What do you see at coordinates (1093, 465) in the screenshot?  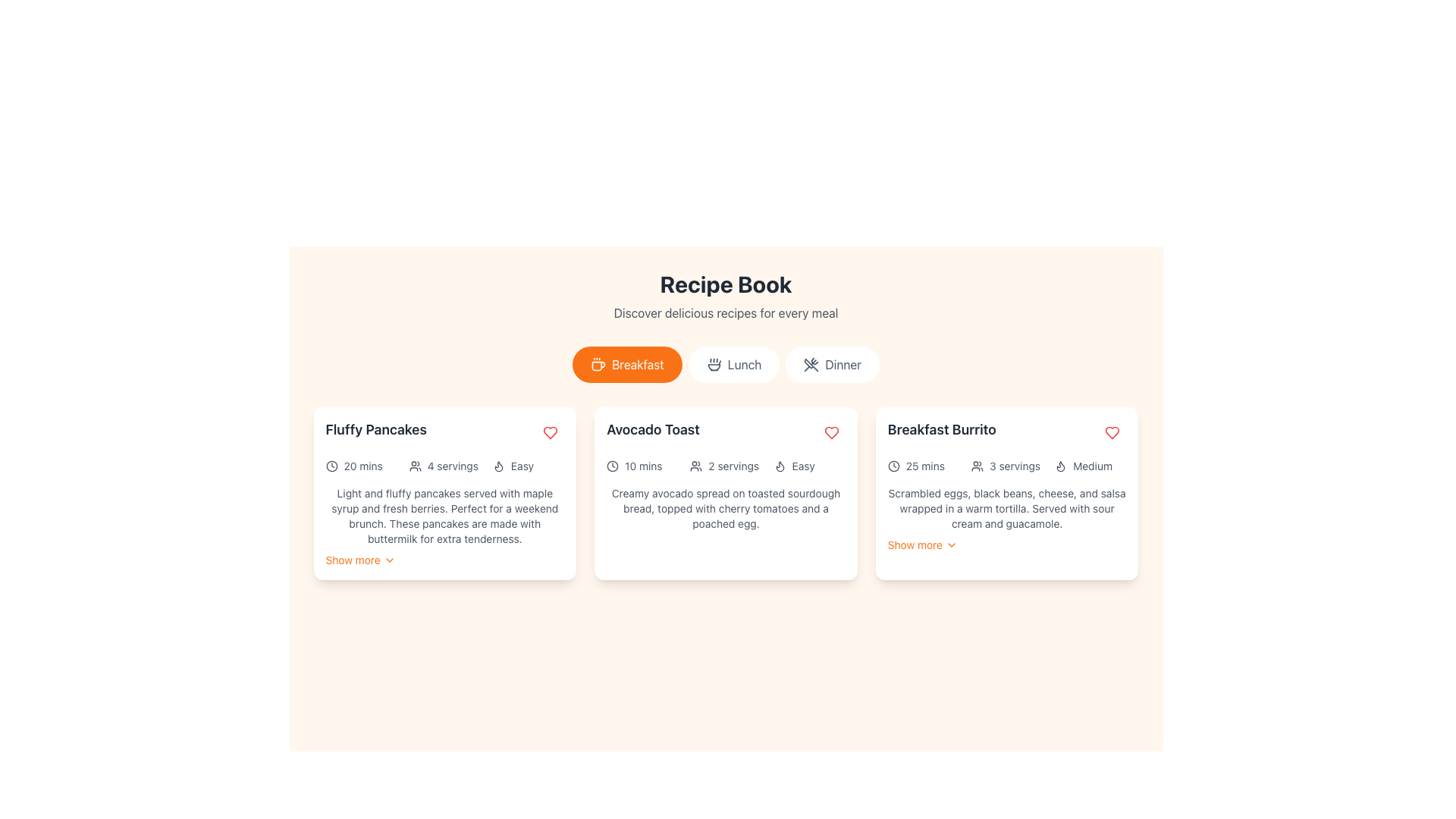 I see `the 'Medium' difficulty level text label within the 'Breakfast Burrito' card, located in the third column of the recipe cards section, to provide users with information about the expected complexity of the recipe` at bounding box center [1093, 465].